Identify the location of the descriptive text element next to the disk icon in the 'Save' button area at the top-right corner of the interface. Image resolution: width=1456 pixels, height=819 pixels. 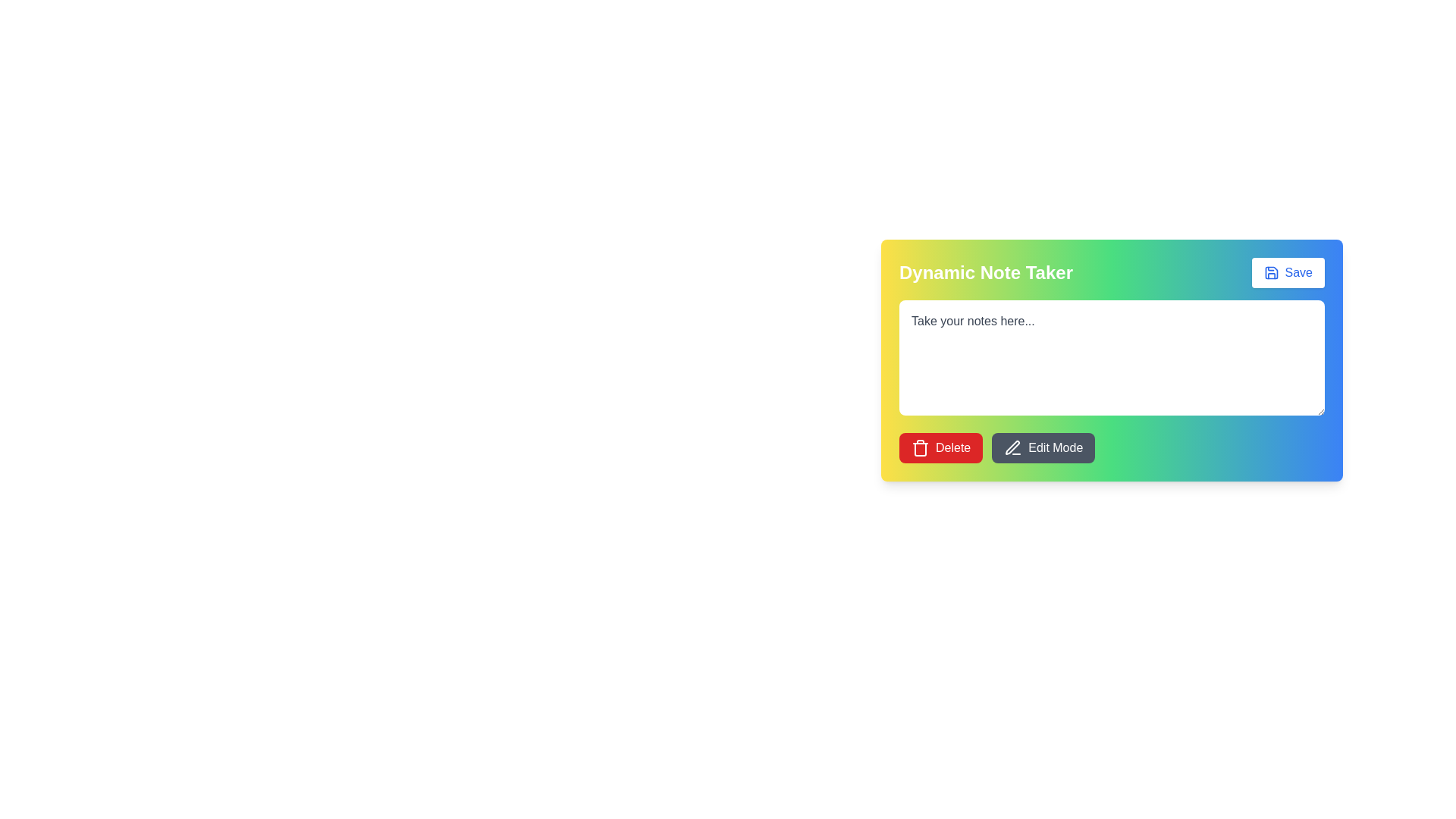
(1298, 271).